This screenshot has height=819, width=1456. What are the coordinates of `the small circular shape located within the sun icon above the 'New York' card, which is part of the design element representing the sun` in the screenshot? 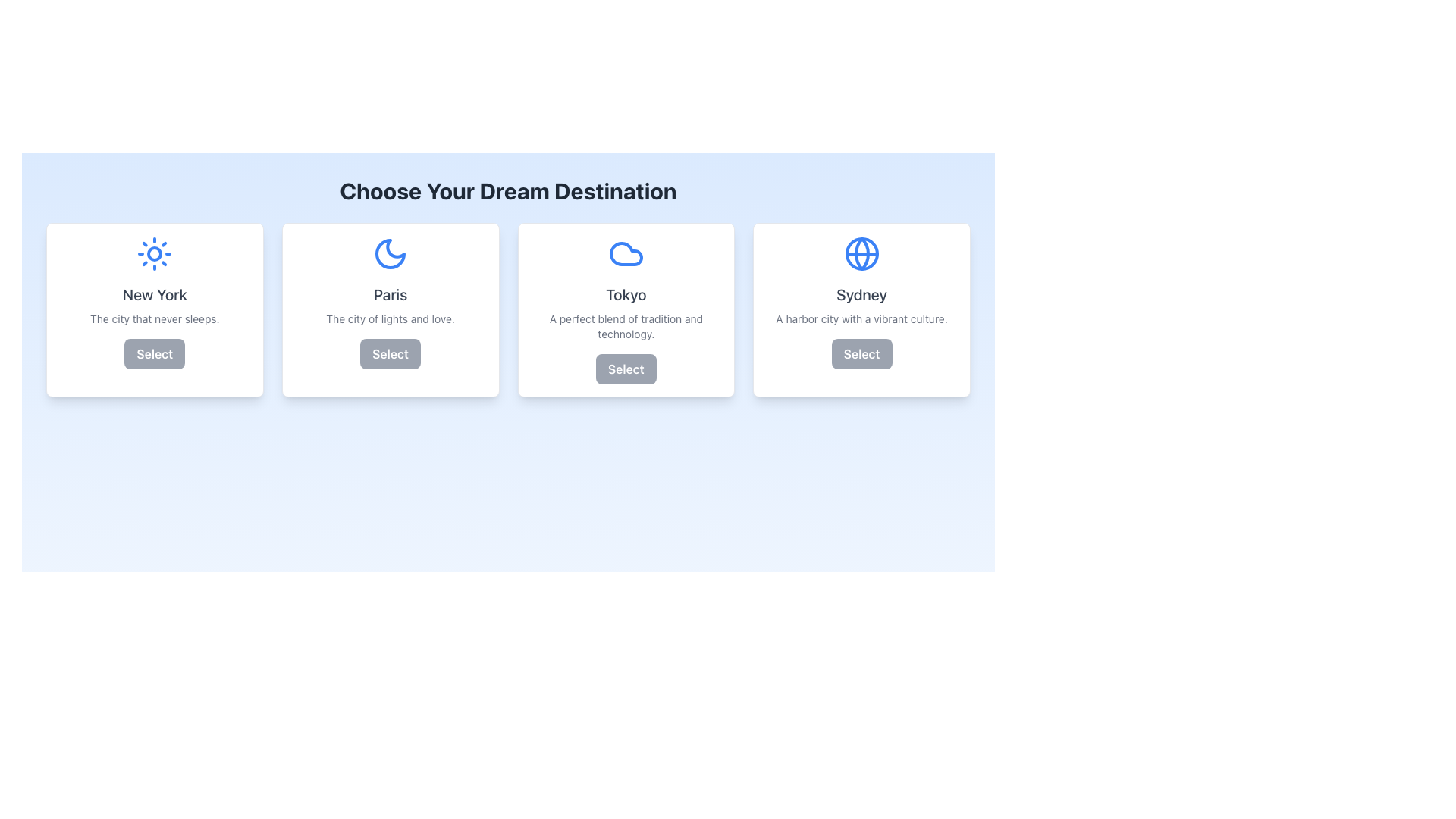 It's located at (155, 253).